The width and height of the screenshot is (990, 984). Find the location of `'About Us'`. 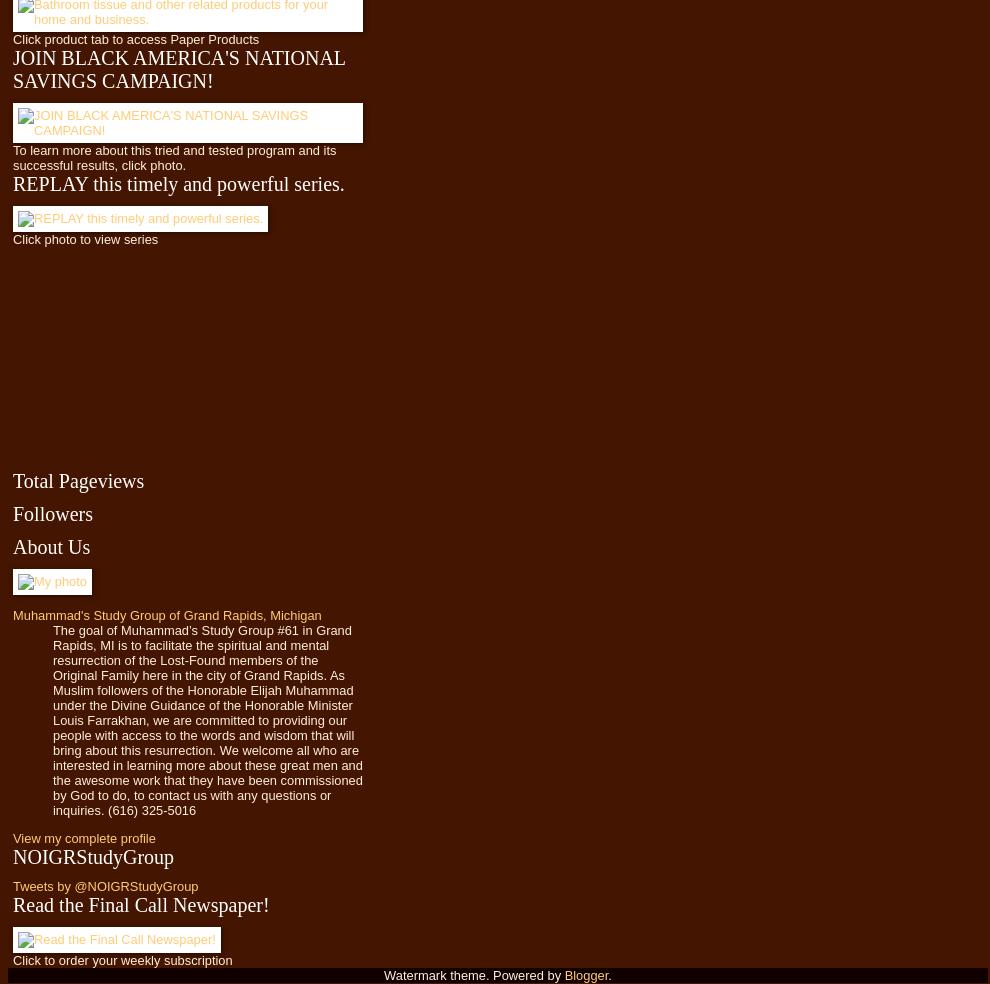

'About Us' is located at coordinates (11, 545).